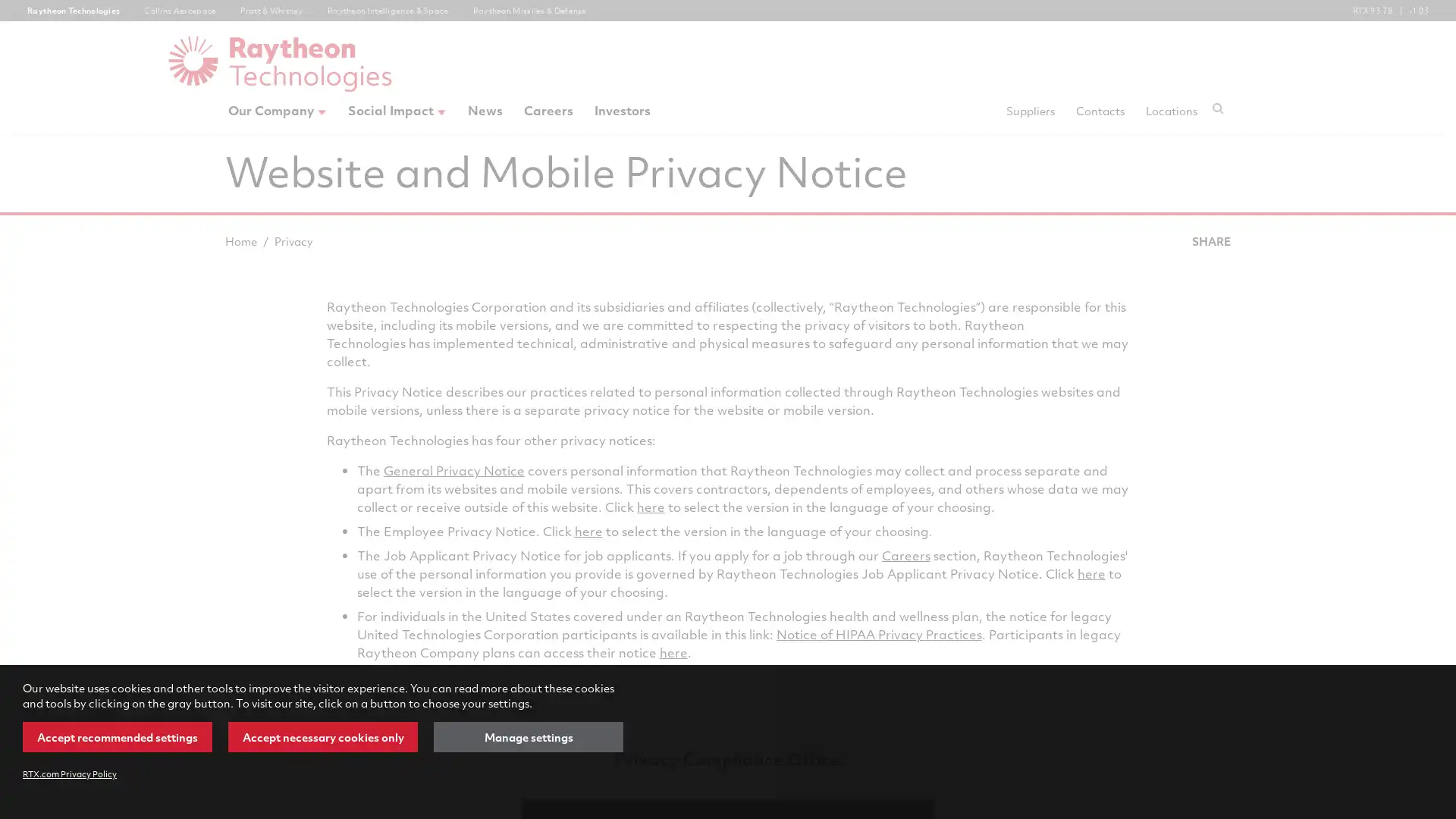 This screenshot has width=1456, height=819. Describe the element at coordinates (1210, 240) in the screenshot. I see `SHARE` at that location.